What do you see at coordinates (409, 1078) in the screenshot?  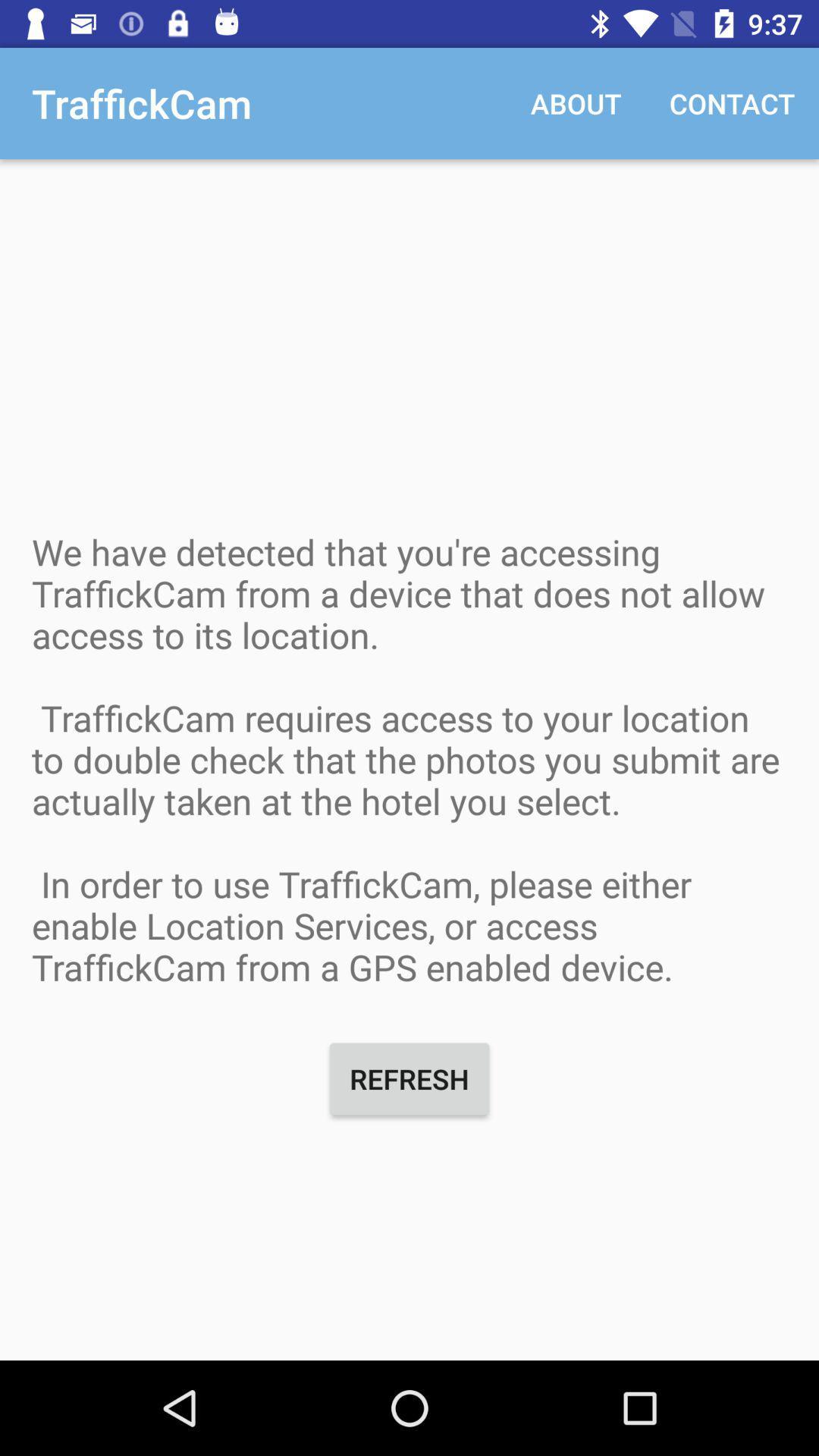 I see `the refresh icon` at bounding box center [409, 1078].